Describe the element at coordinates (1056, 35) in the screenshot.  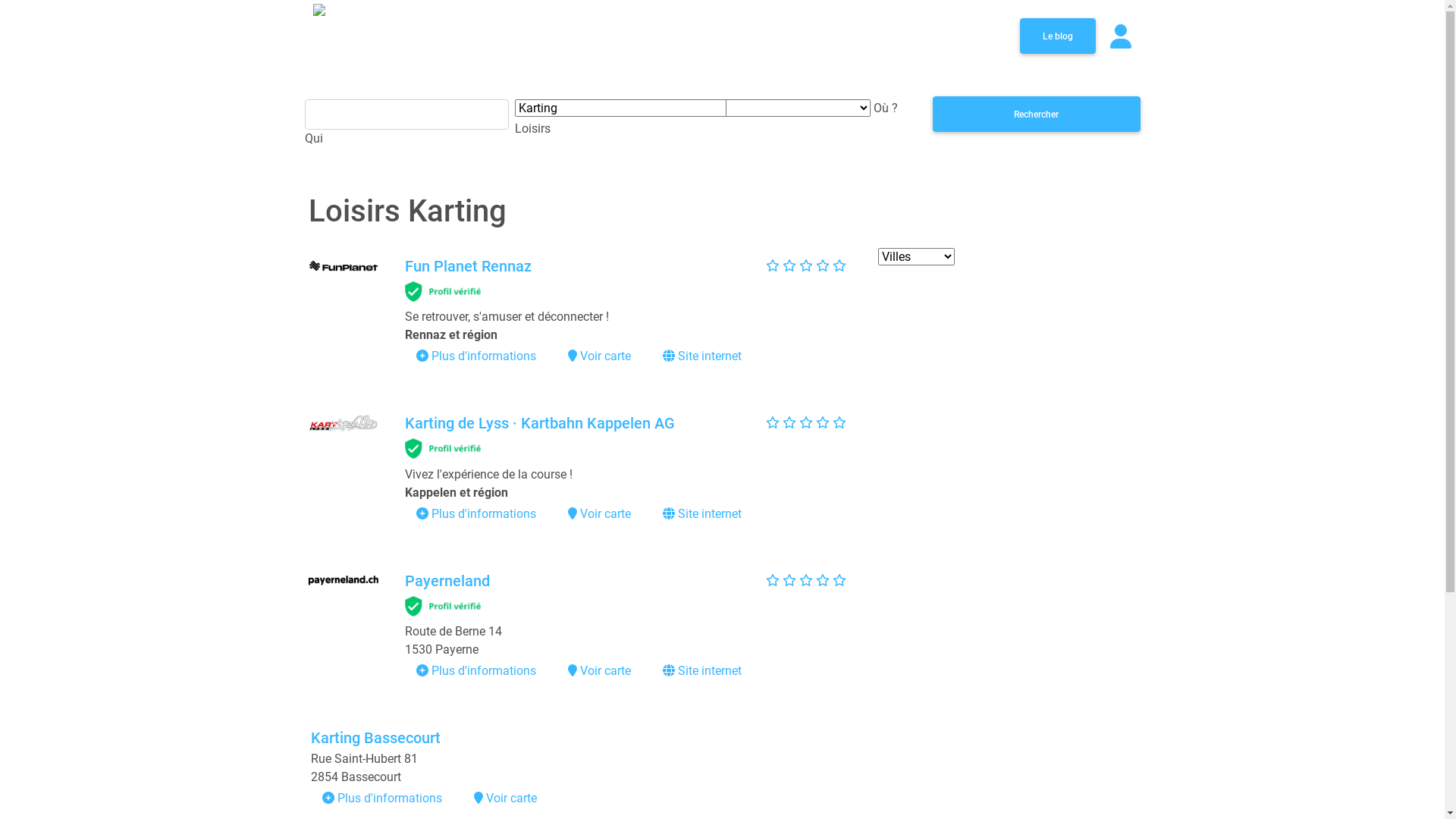
I see `'Le blog'` at that location.